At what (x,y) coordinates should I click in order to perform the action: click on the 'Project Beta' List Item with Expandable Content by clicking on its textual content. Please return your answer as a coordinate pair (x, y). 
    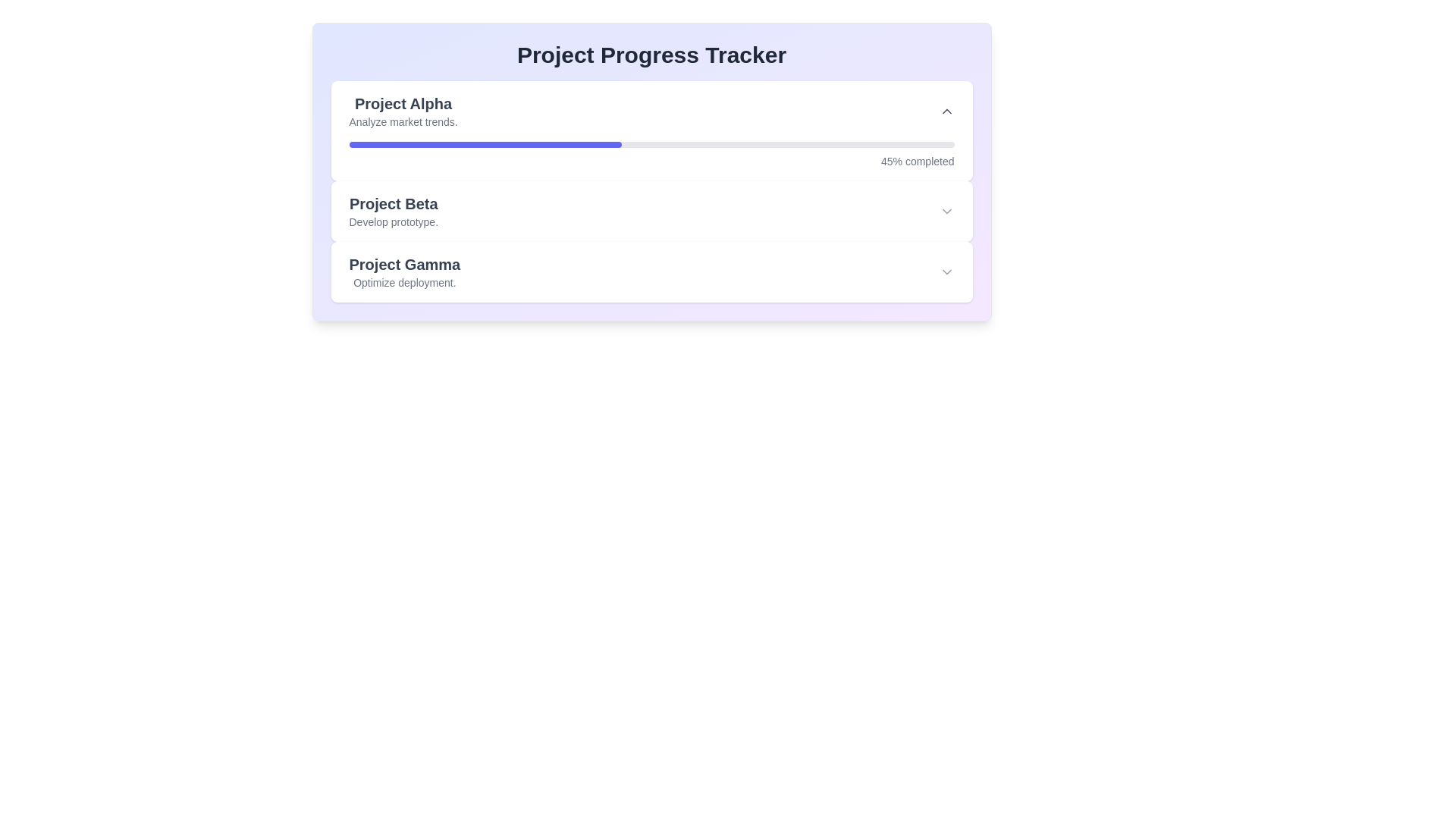
    Looking at the image, I should click on (651, 211).